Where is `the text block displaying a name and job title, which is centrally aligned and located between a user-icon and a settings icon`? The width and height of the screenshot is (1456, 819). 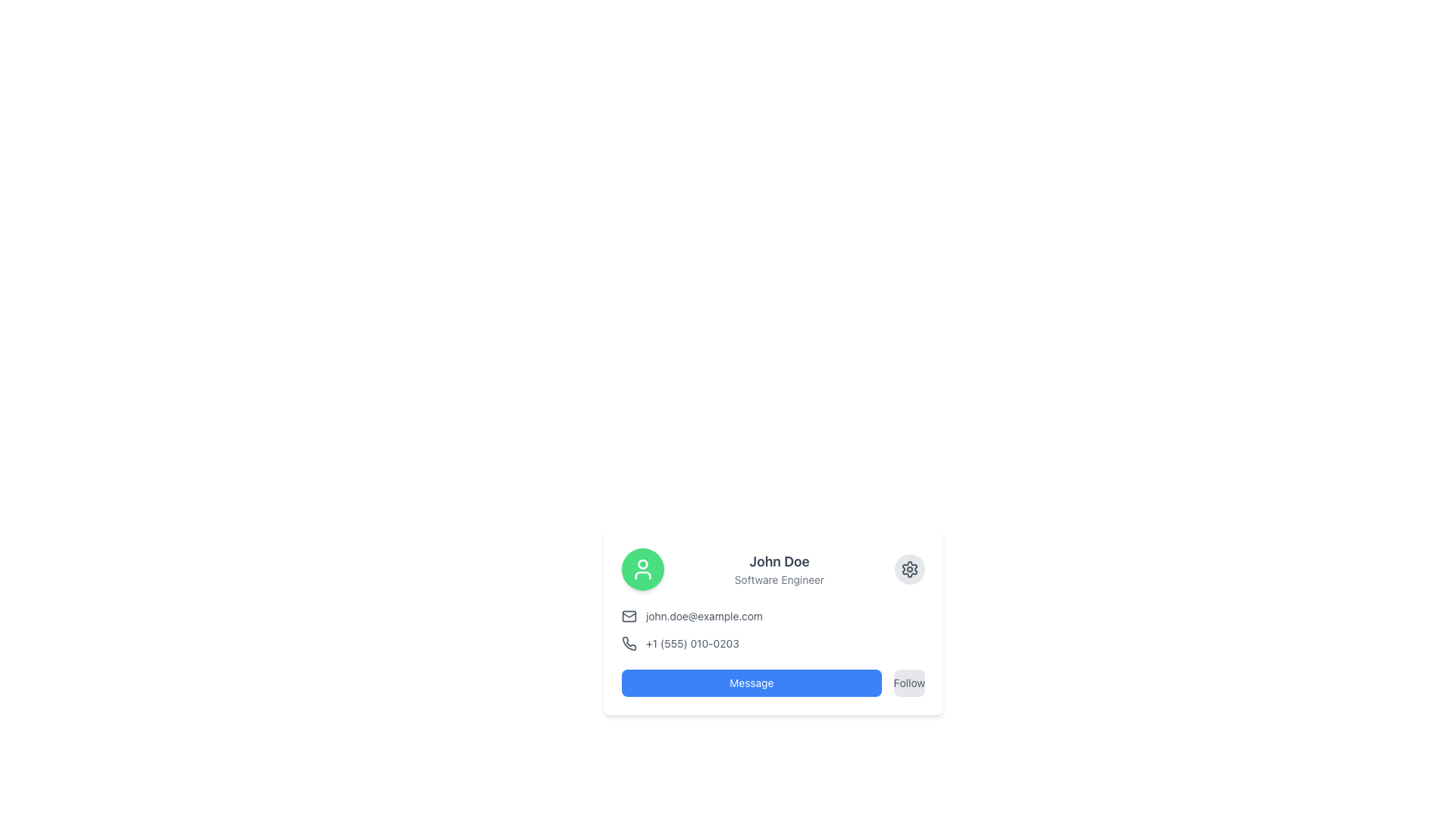 the text block displaying a name and job title, which is centrally aligned and located between a user-icon and a settings icon is located at coordinates (779, 570).